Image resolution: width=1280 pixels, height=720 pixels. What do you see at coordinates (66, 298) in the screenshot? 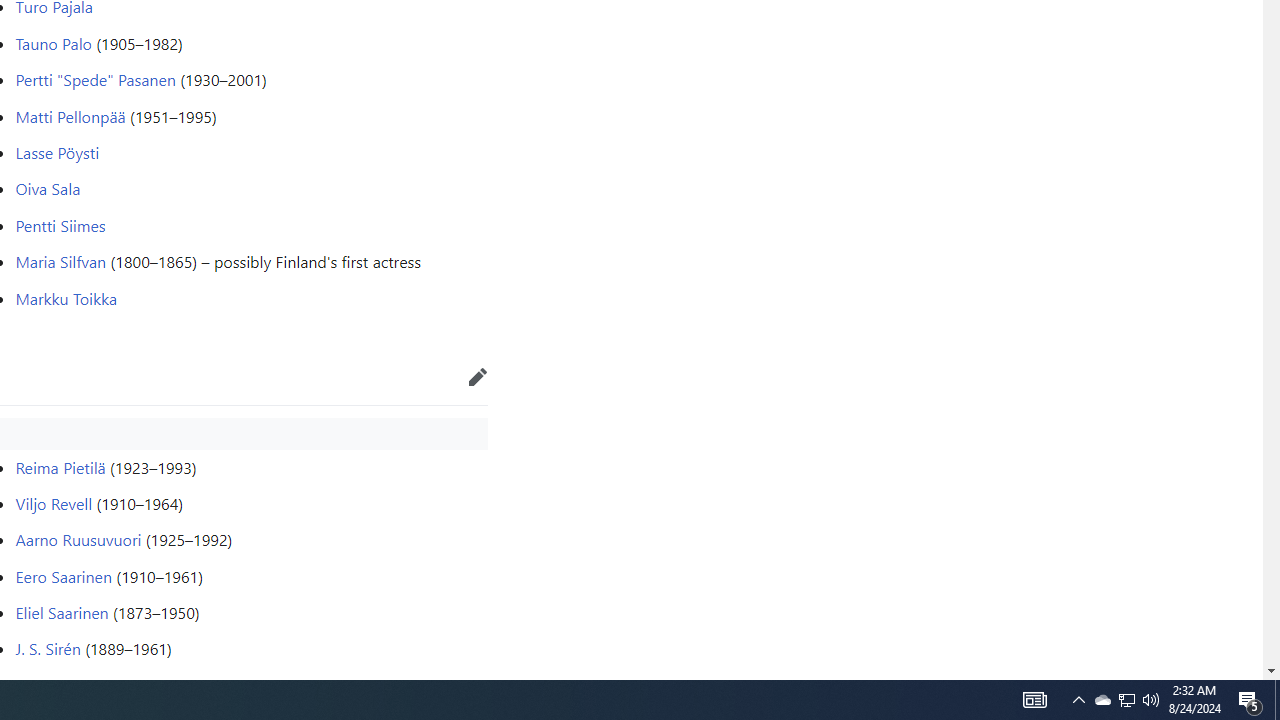
I see `'Markku Toikka'` at bounding box center [66, 298].